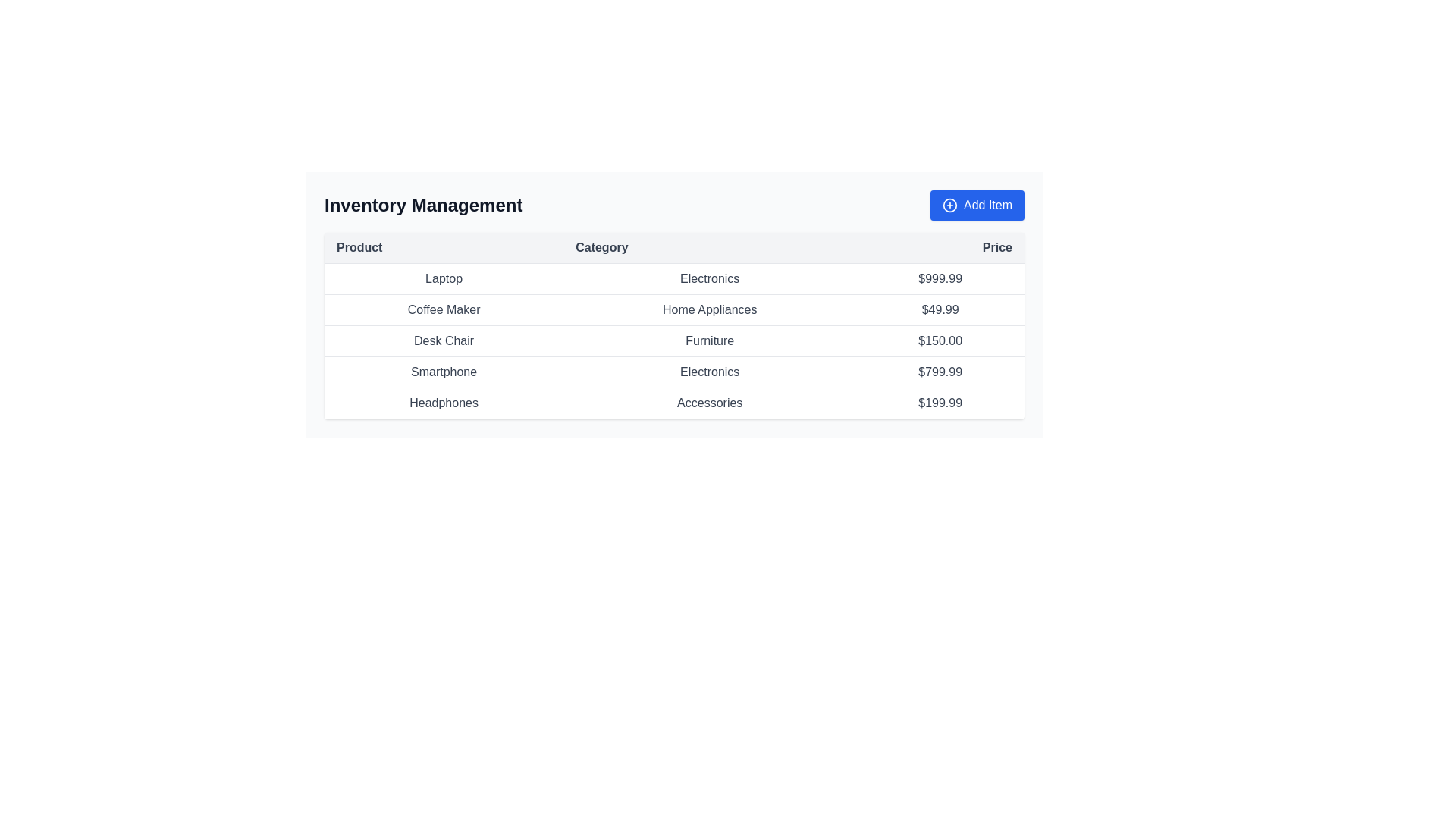 The image size is (1456, 819). Describe the element at coordinates (673, 309) in the screenshot. I see `text from the second row of the table which contains 'Coffee Maker', 'Home Appliances', and '$49.99'` at that location.